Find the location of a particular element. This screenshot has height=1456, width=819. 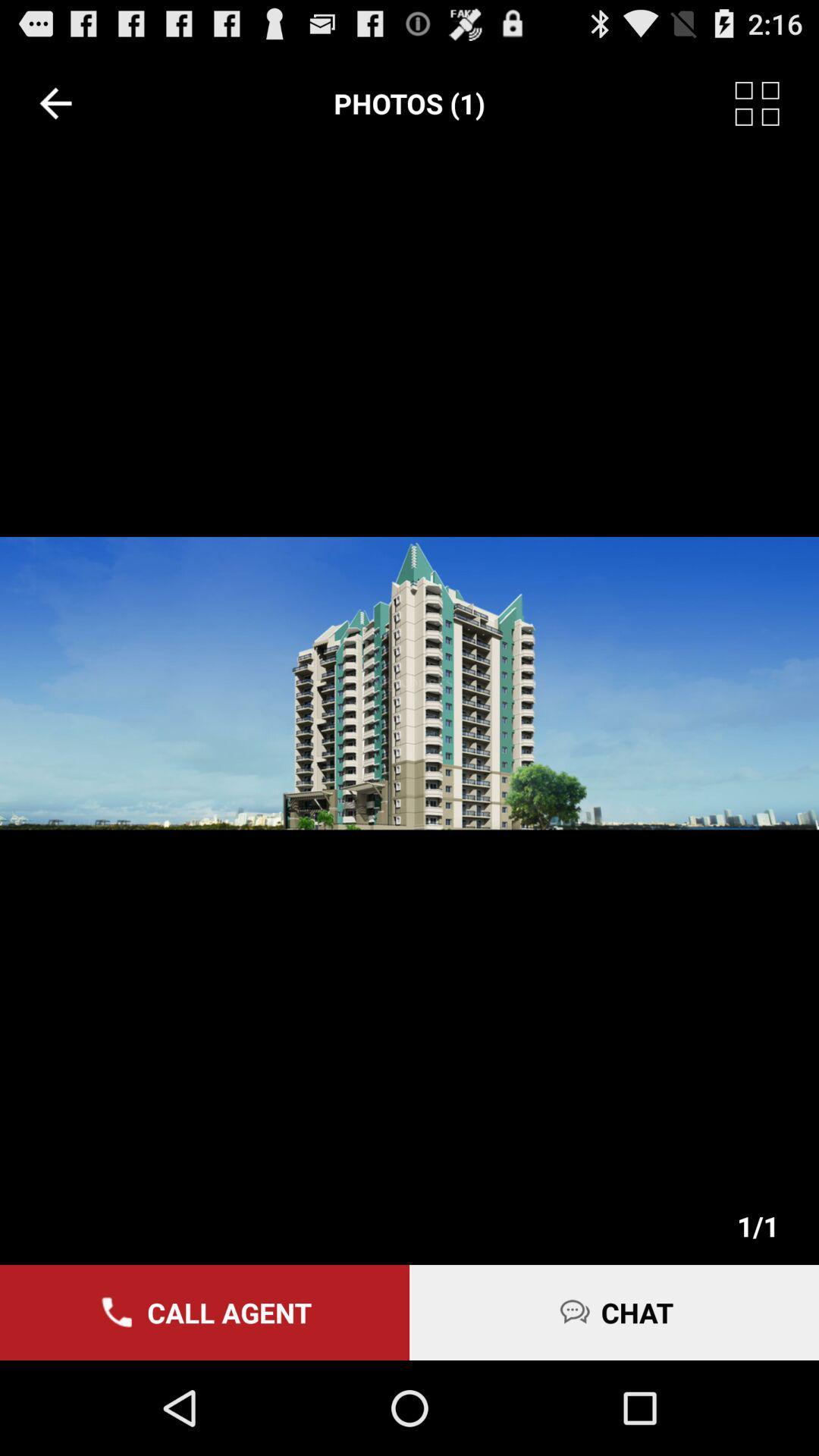

item to the right of the photos (1) icon is located at coordinates (777, 102).